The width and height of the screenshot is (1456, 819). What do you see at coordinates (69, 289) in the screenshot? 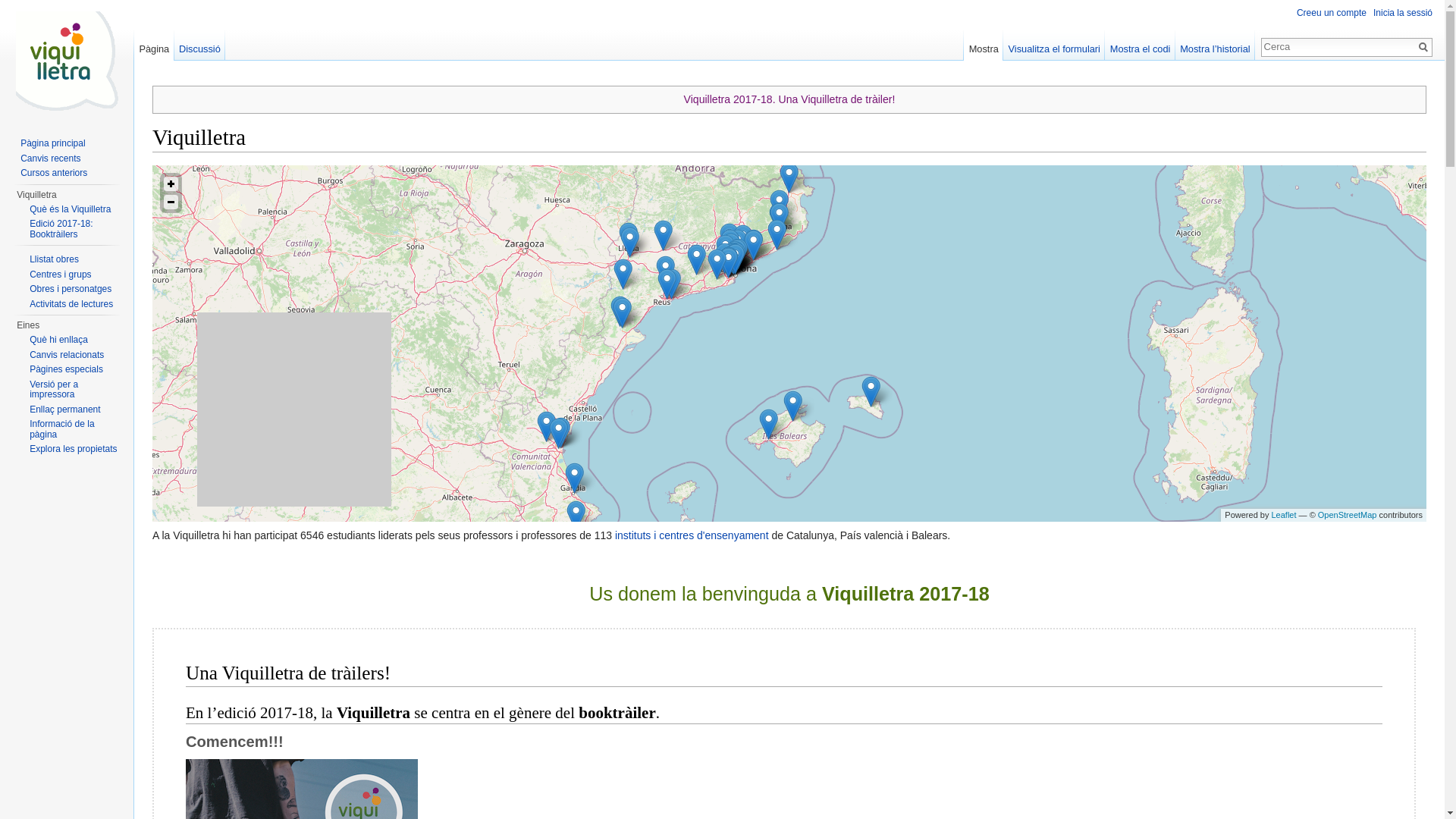
I see `'Obres i personatges'` at bounding box center [69, 289].